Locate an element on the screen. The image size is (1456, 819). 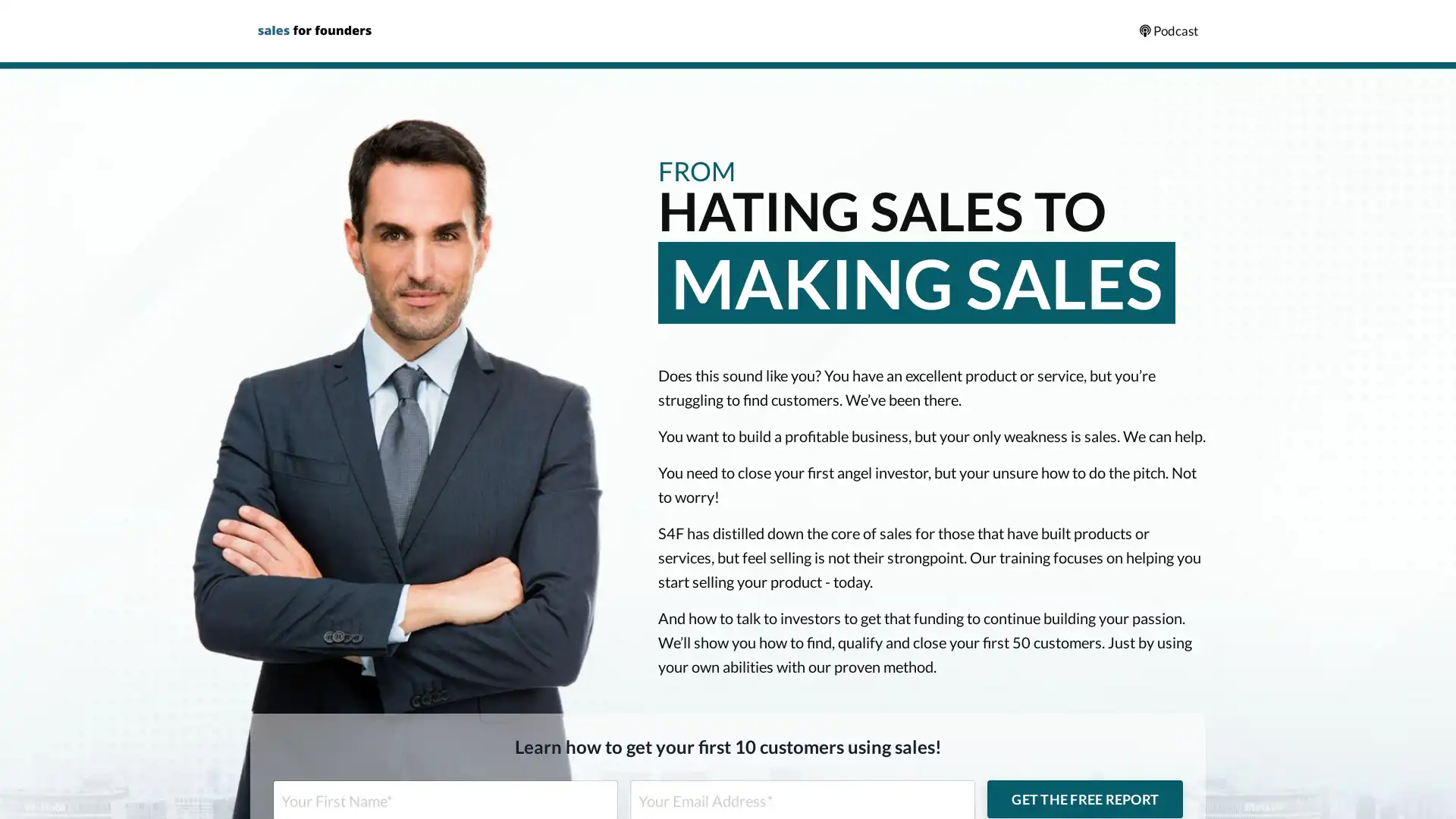
GET THE FREE REPORT is located at coordinates (1084, 798).